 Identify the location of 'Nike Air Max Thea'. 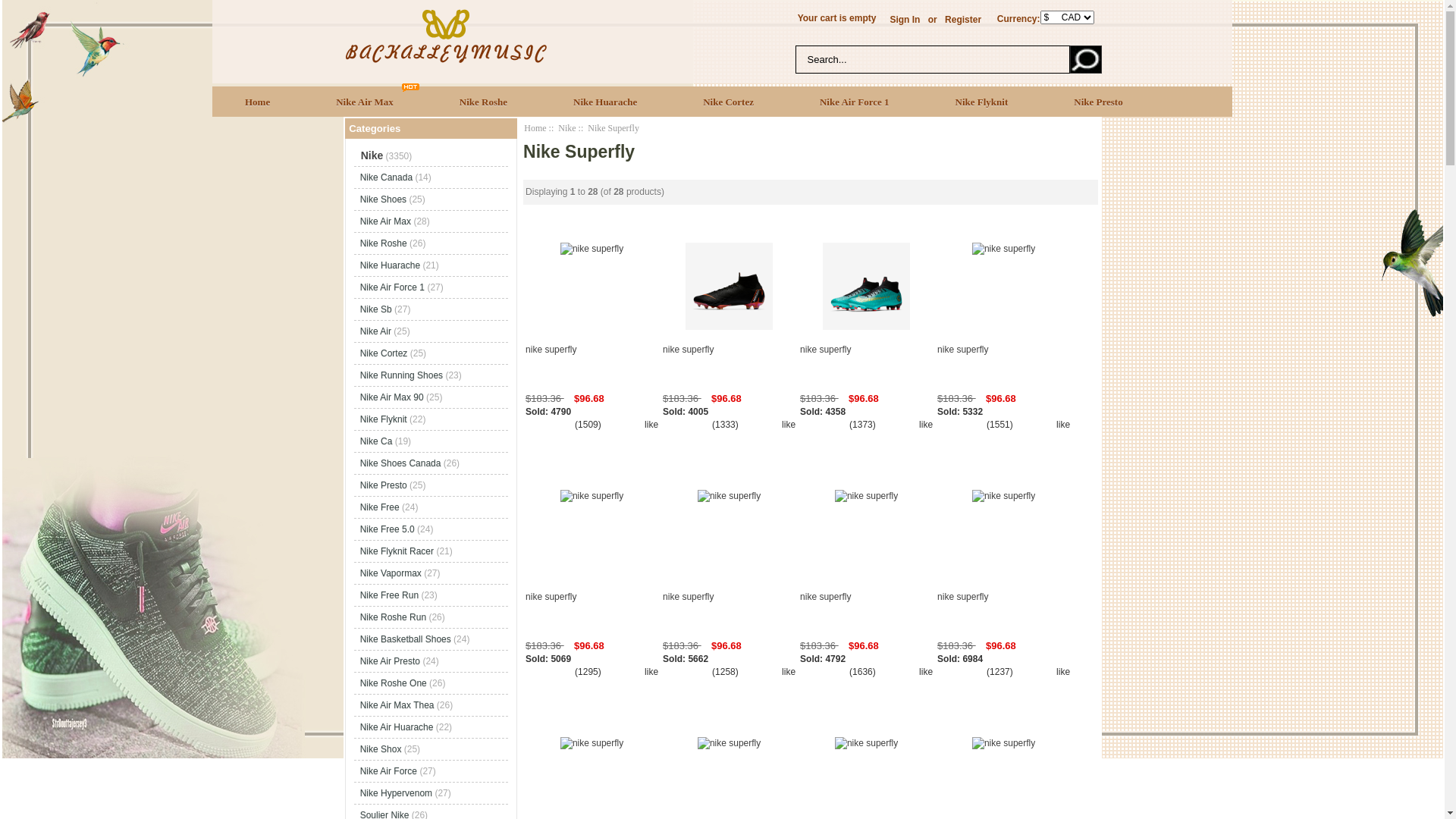
(359, 704).